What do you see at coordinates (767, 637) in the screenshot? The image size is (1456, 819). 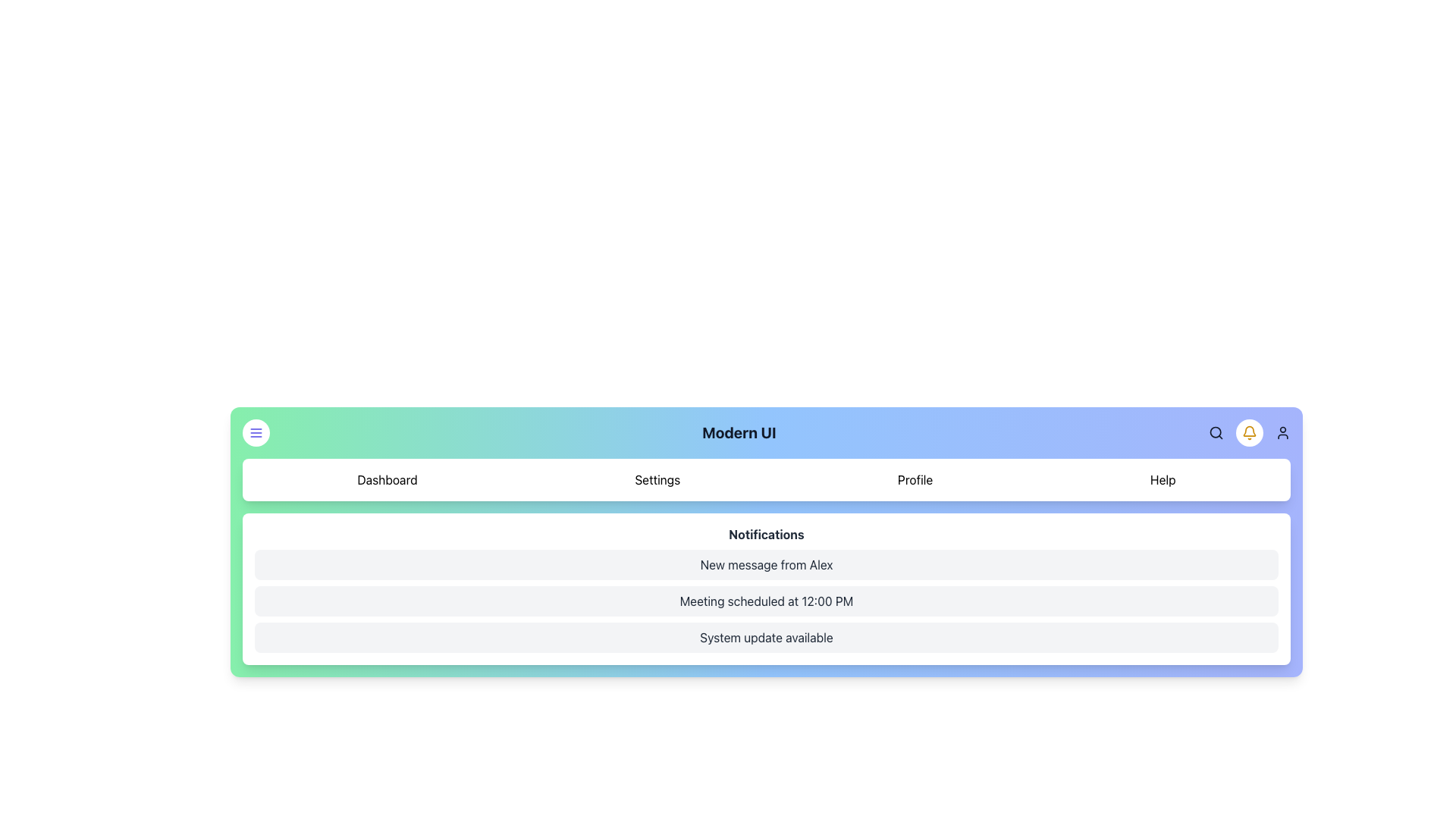 I see `the Text Display Box that displays 'System update available', which is the last notification in the list below 'Meeting scheduled at 12:00 PM'` at bounding box center [767, 637].